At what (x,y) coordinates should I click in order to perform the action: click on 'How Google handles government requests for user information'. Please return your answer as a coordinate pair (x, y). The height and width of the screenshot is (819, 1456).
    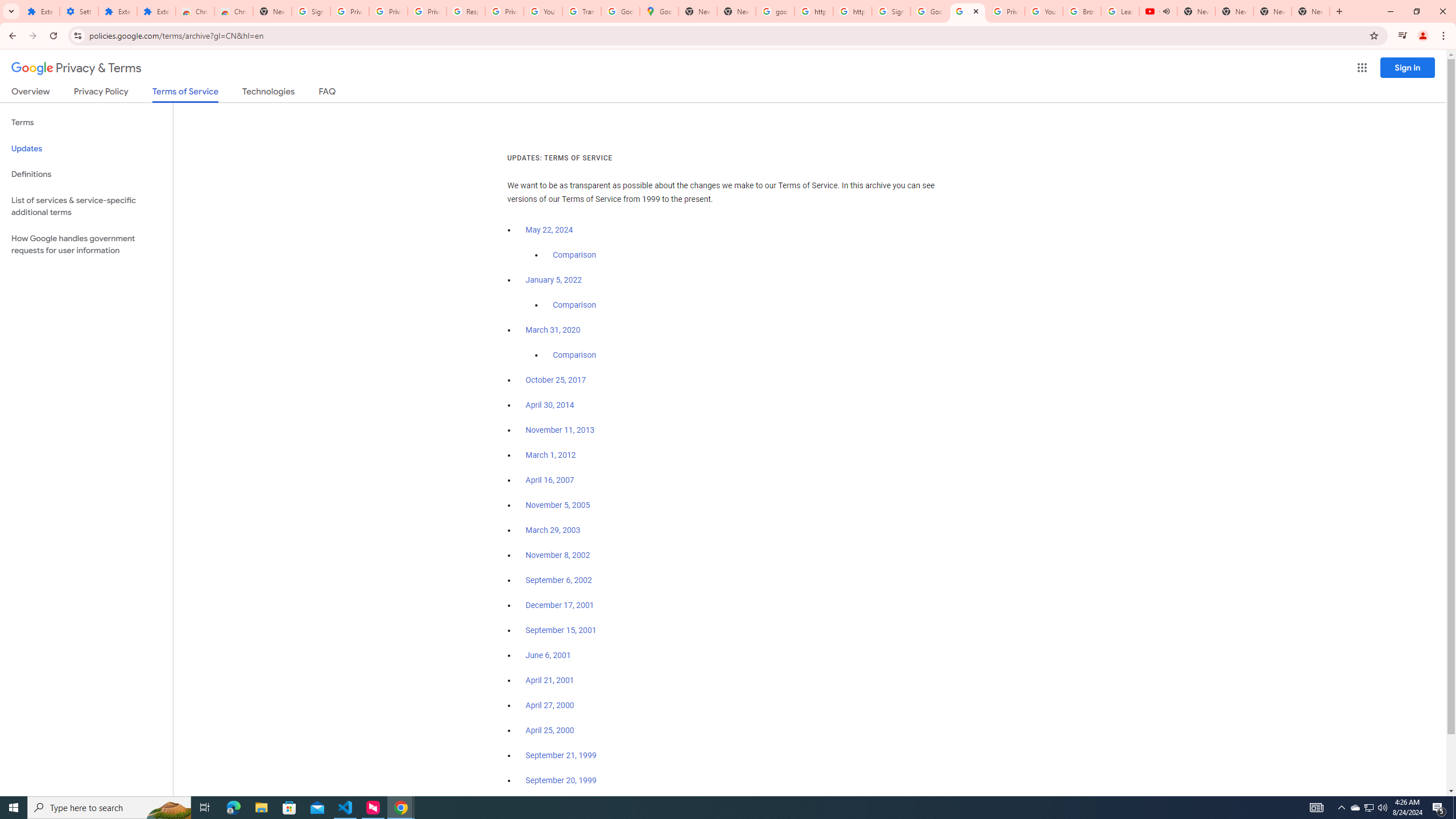
    Looking at the image, I should click on (86, 243).